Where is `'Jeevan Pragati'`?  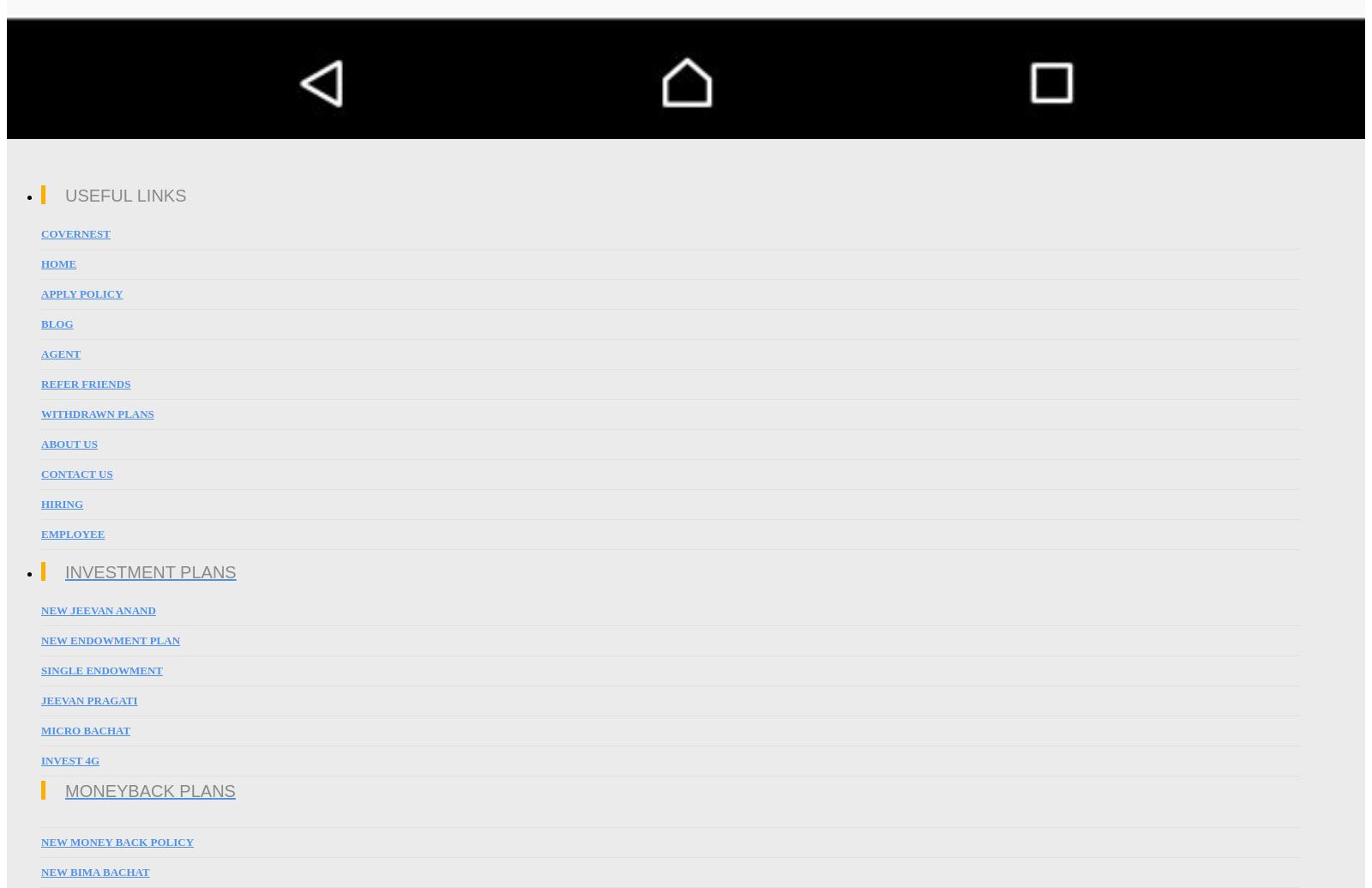
'Jeevan Pragati' is located at coordinates (88, 699).